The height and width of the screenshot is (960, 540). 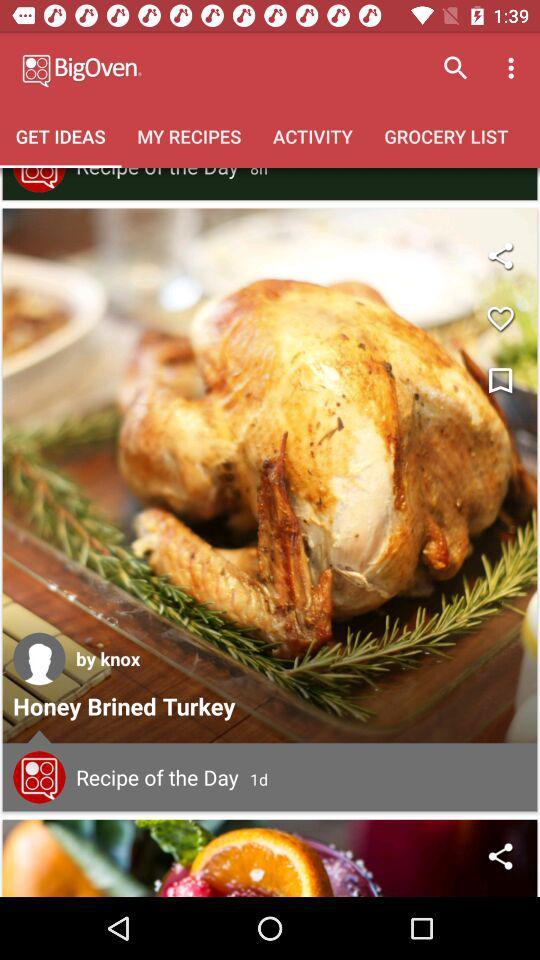 I want to click on next receipt, so click(x=270, y=857).